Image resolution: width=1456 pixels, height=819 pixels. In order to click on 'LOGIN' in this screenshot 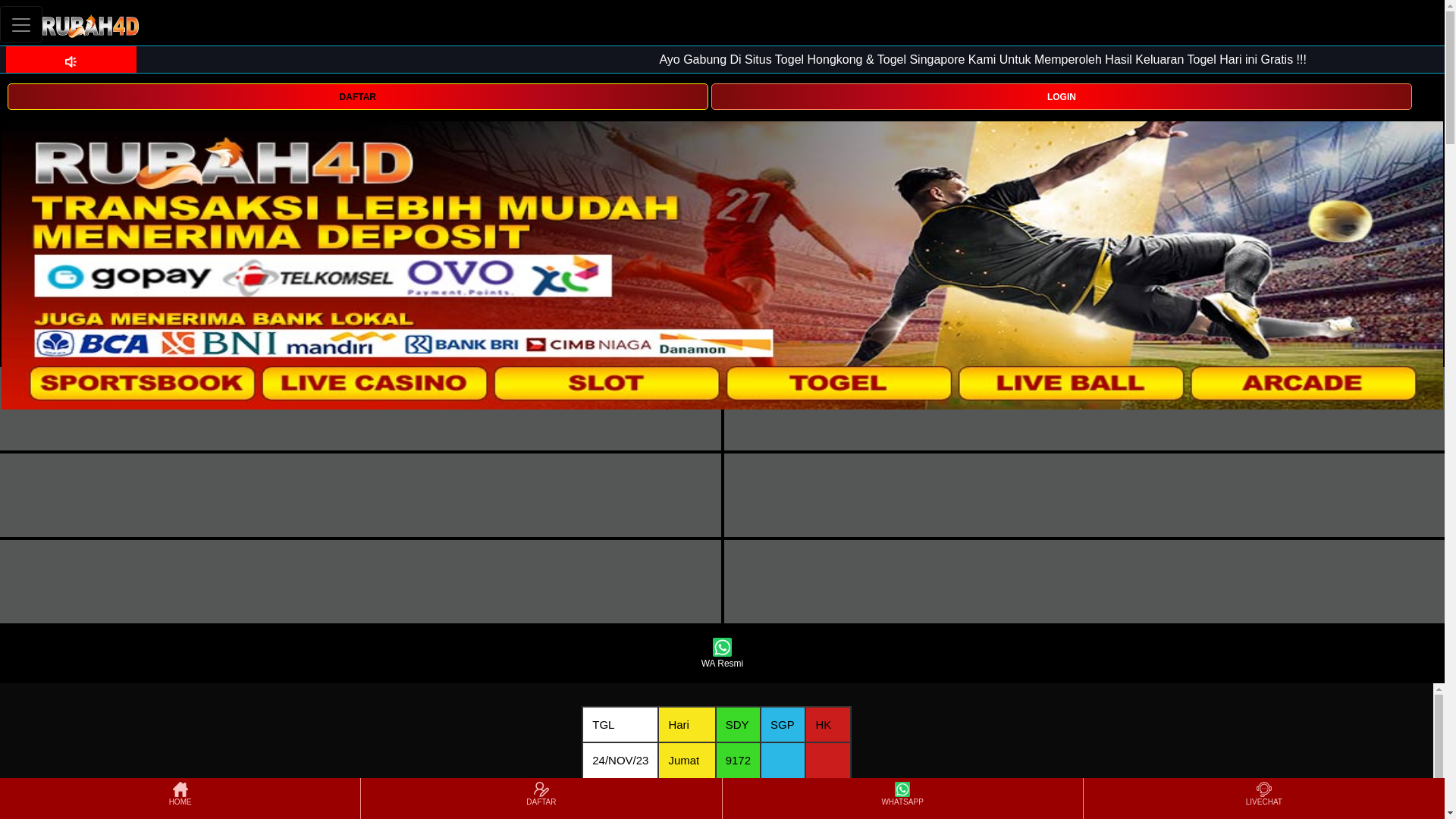, I will do `click(1061, 96)`.